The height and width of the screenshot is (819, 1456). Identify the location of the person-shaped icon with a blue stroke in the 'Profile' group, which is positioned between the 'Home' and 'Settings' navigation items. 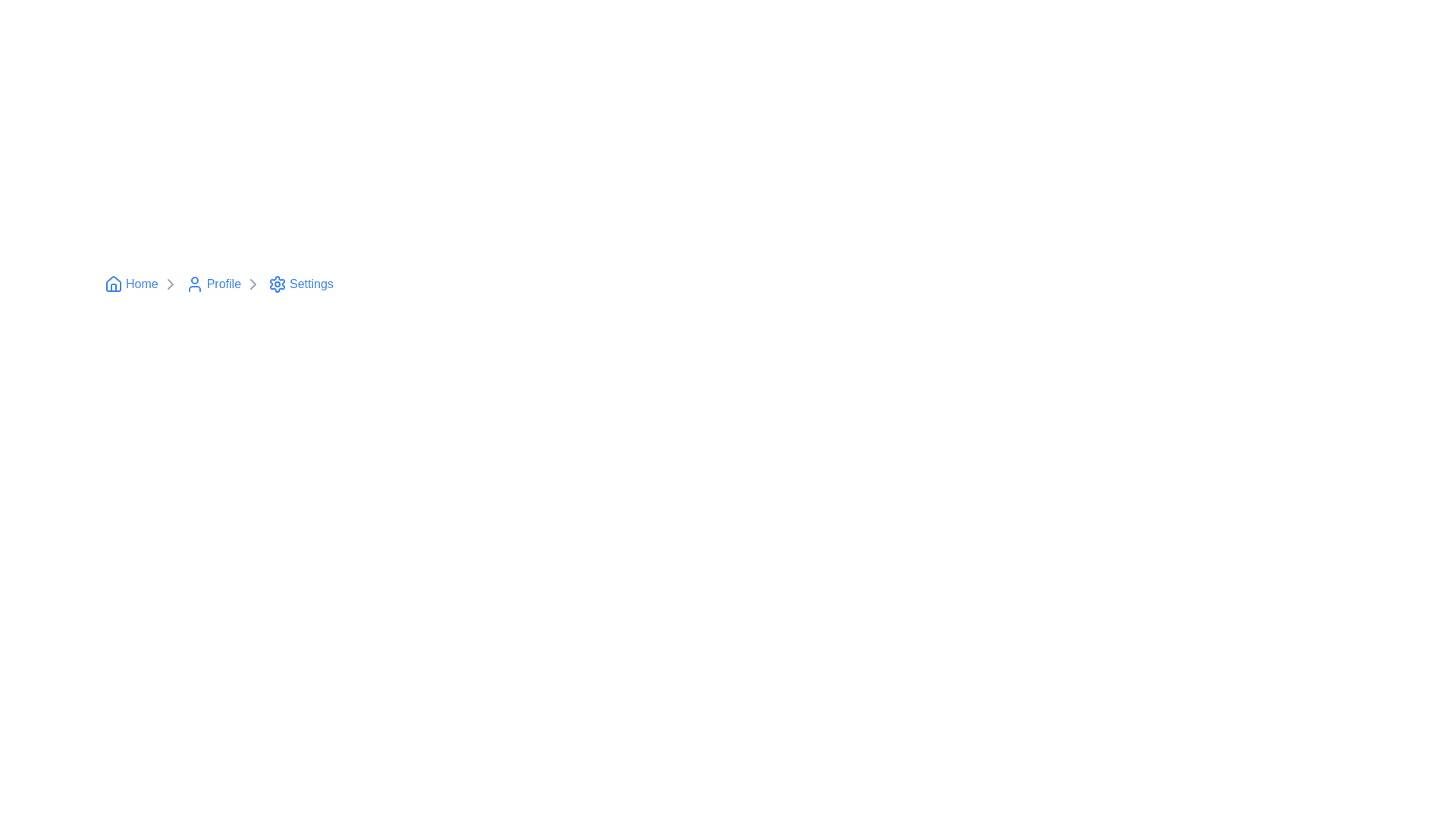
(193, 284).